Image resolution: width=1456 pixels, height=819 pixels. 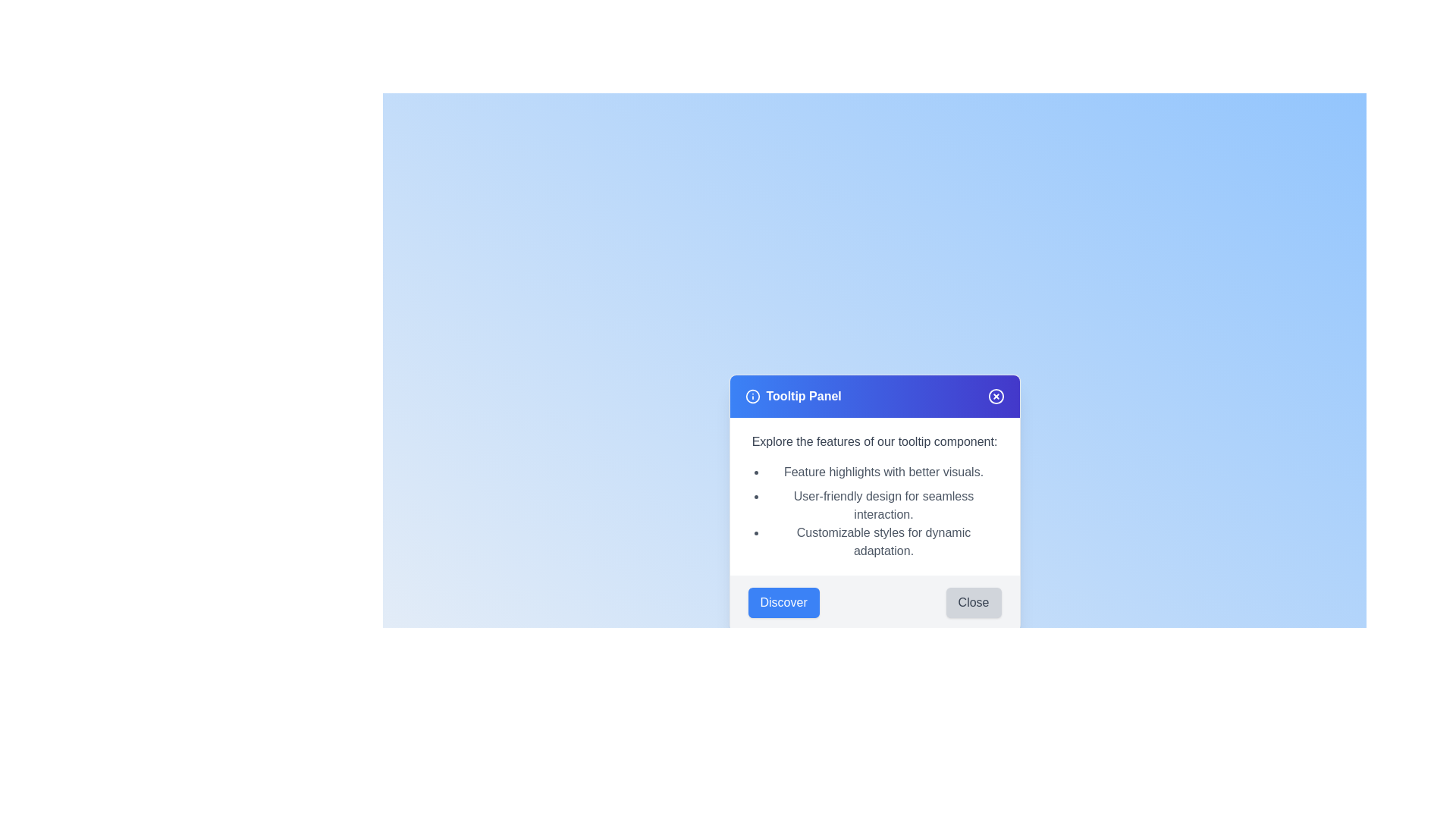 I want to click on the Text Label that serves as the title of the tooltip panel, located centrally in the blue header, next to a circular icon, so click(x=803, y=396).